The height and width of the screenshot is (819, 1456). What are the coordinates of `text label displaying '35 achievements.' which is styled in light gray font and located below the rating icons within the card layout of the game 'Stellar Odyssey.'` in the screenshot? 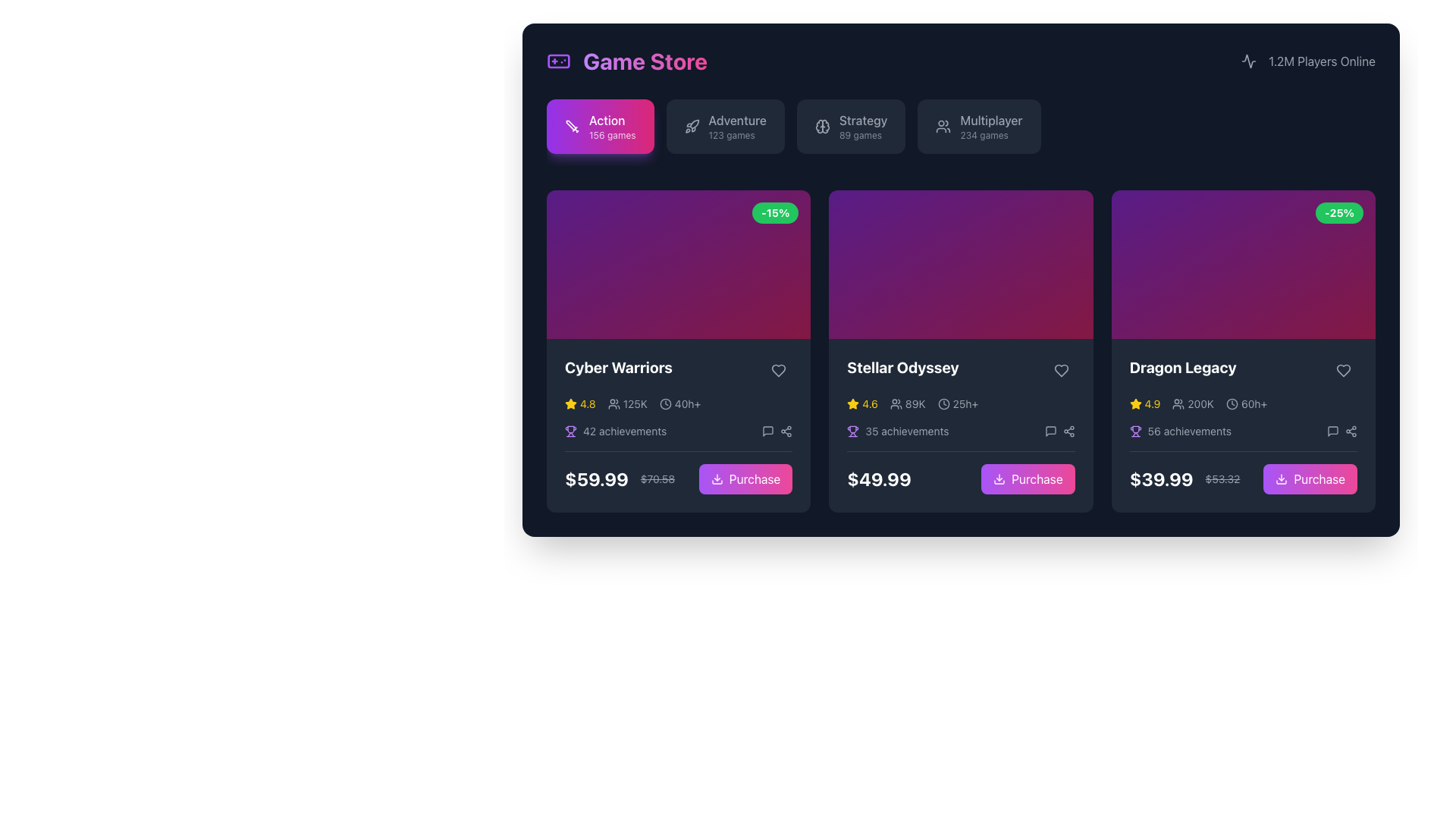 It's located at (907, 431).